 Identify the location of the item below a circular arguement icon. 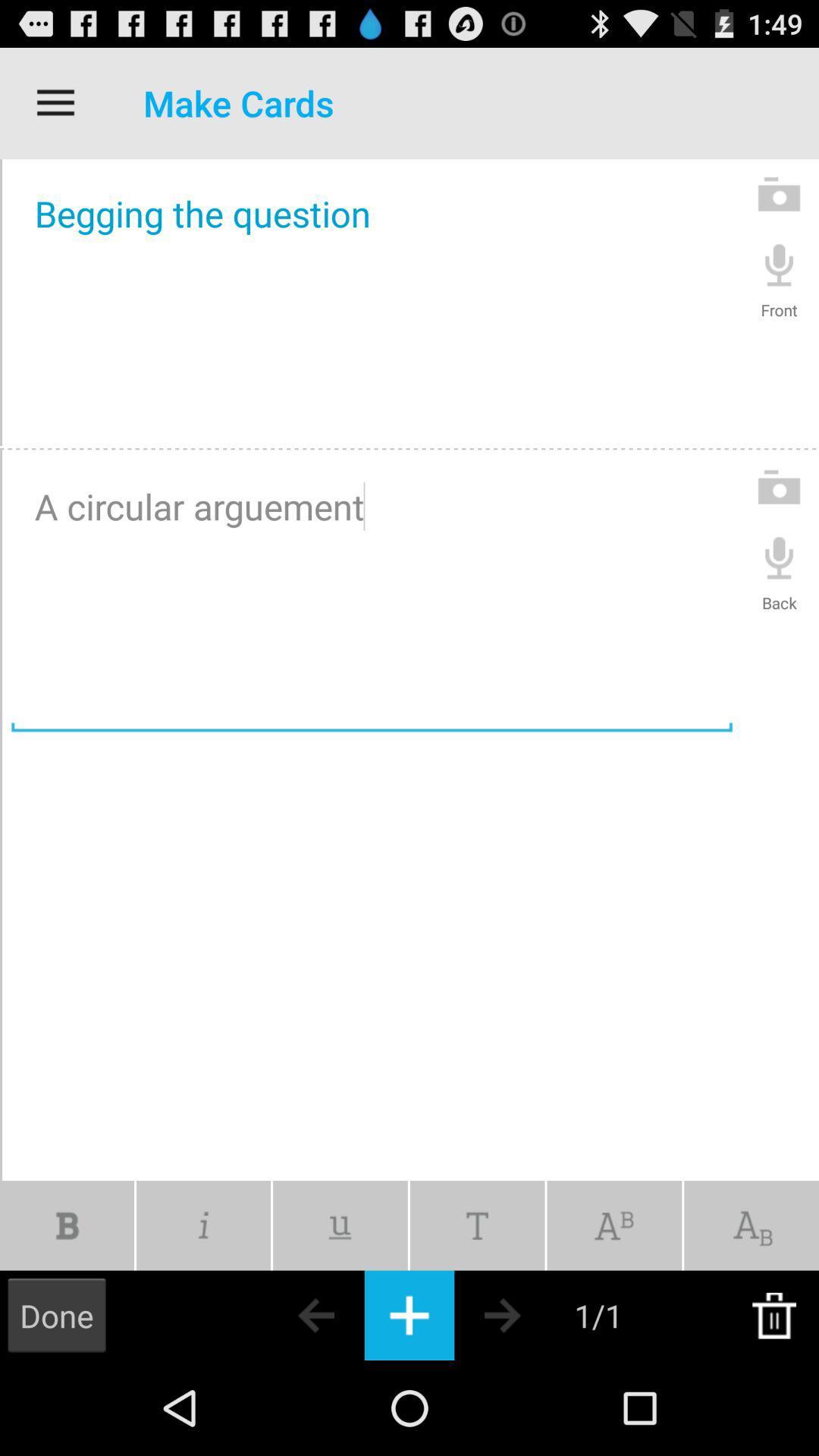
(339, 1225).